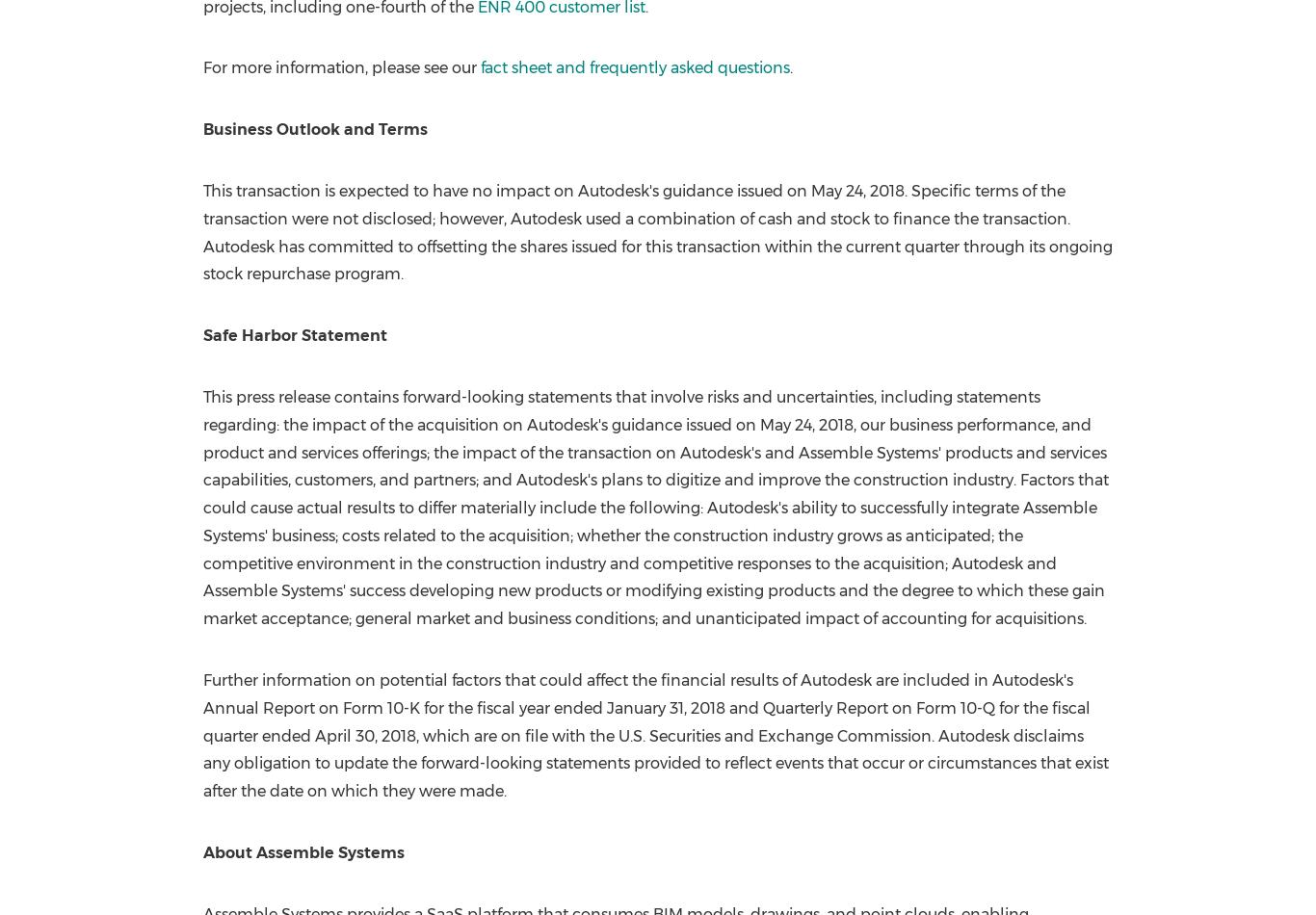 This screenshot has height=915, width=1316. Describe the element at coordinates (303, 851) in the screenshot. I see `'About Assemble Systems'` at that location.